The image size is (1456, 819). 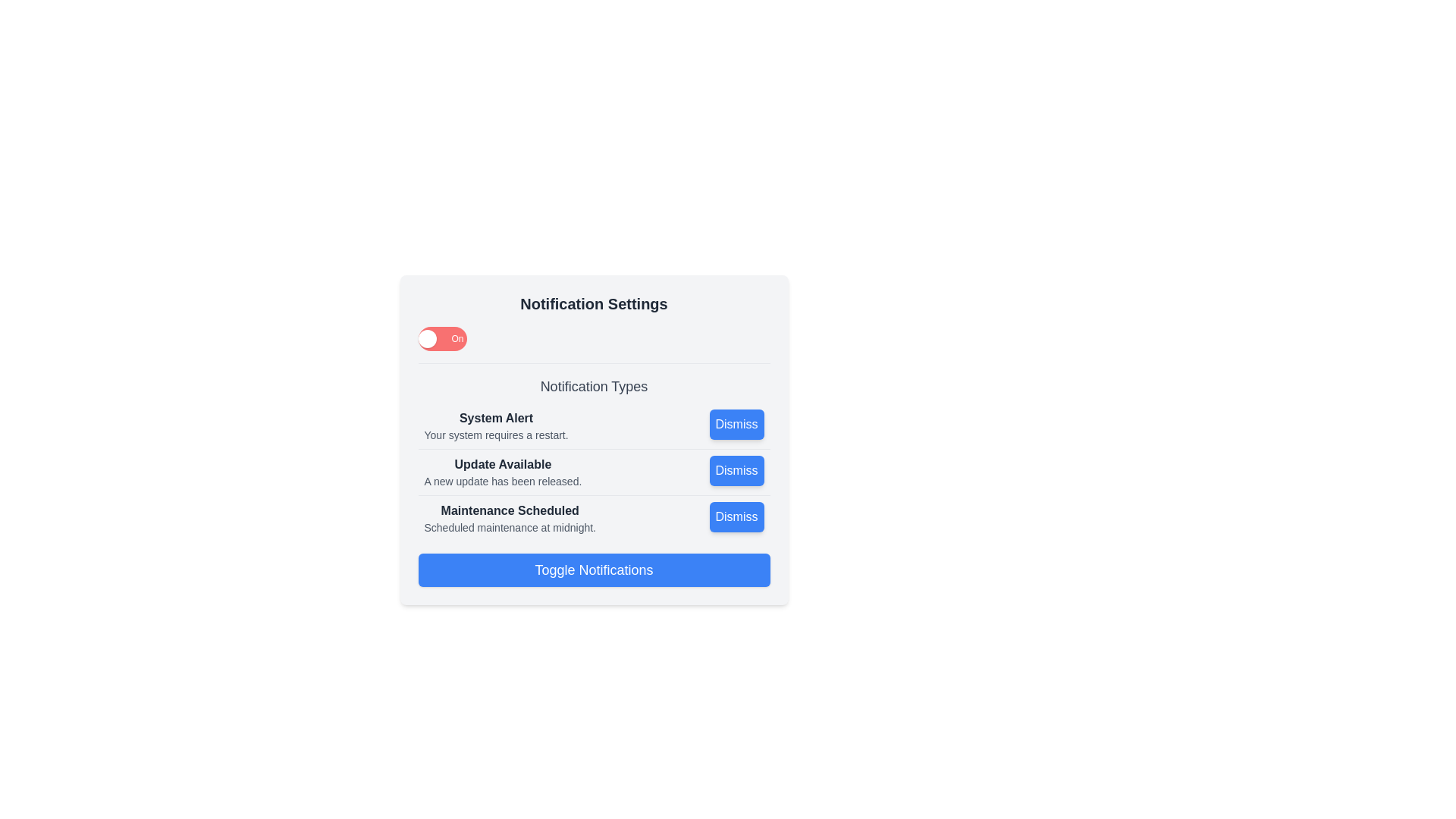 What do you see at coordinates (503, 482) in the screenshot?
I see `text label that provides information about the release of a new update, located centrally below the 'Update Available' title in the notification card section` at bounding box center [503, 482].